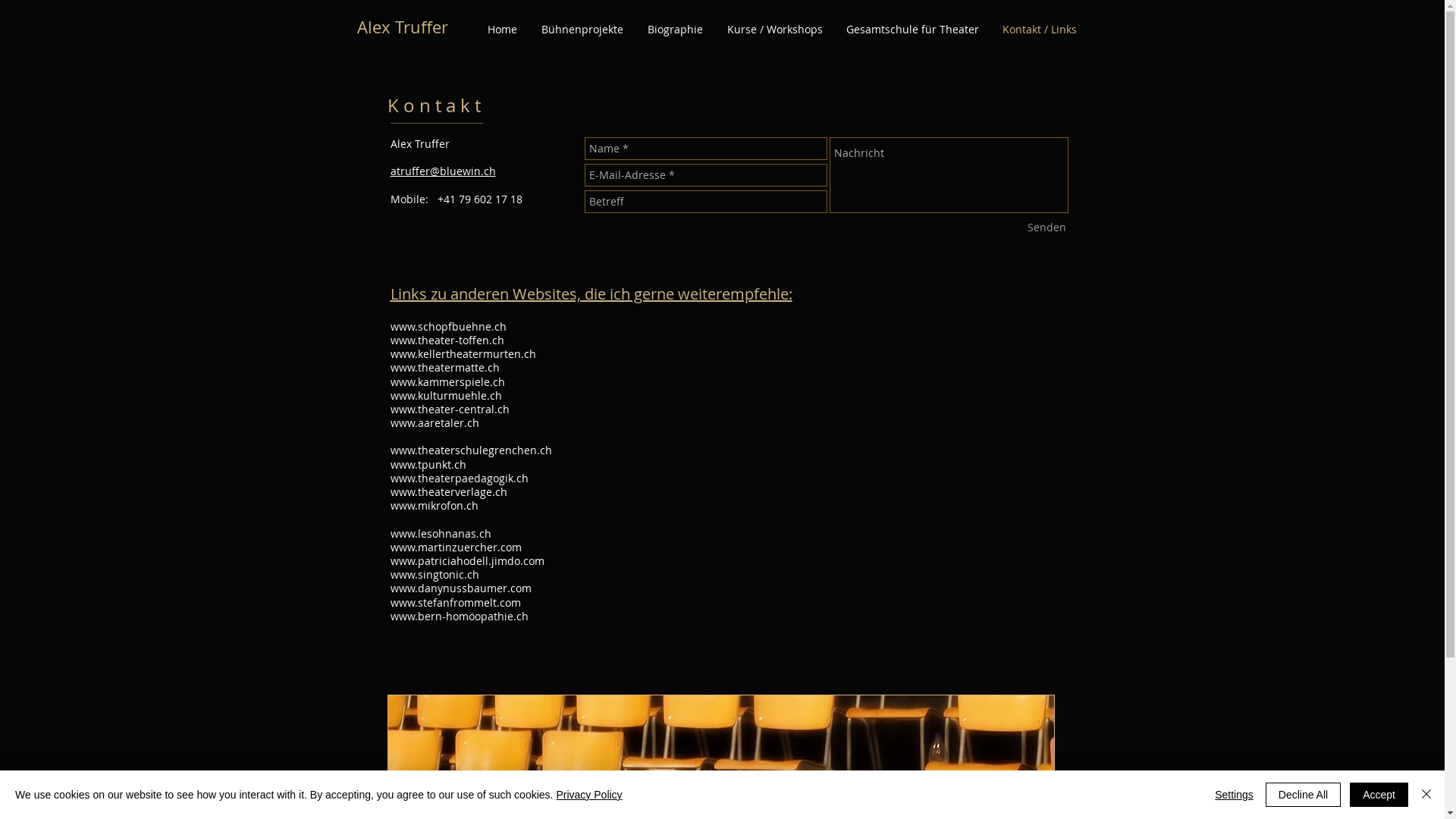 This screenshot has width=1456, height=819. I want to click on 'Ale', so click(356, 27).